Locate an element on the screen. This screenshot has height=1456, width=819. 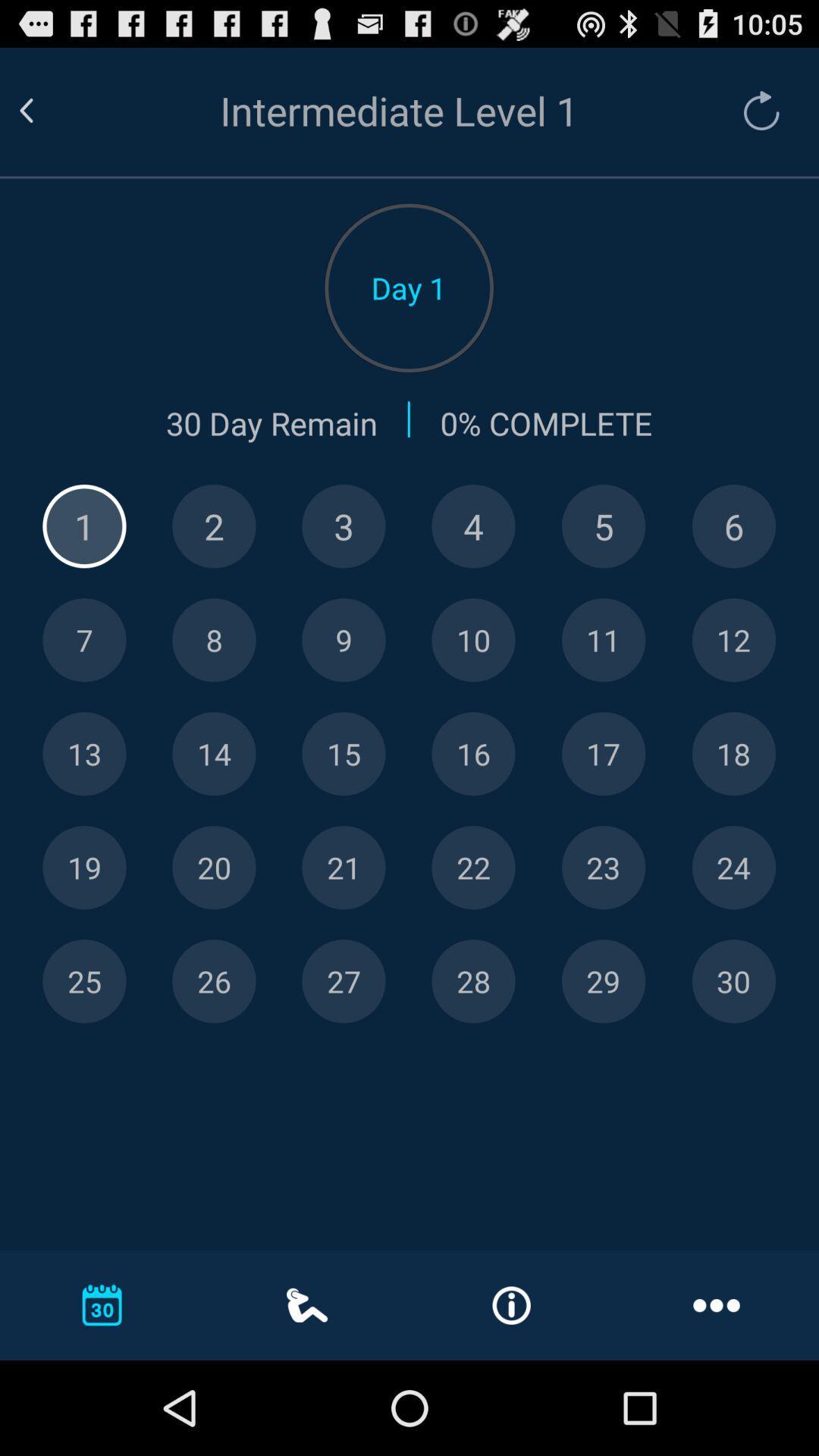
date selection is located at coordinates (472, 868).